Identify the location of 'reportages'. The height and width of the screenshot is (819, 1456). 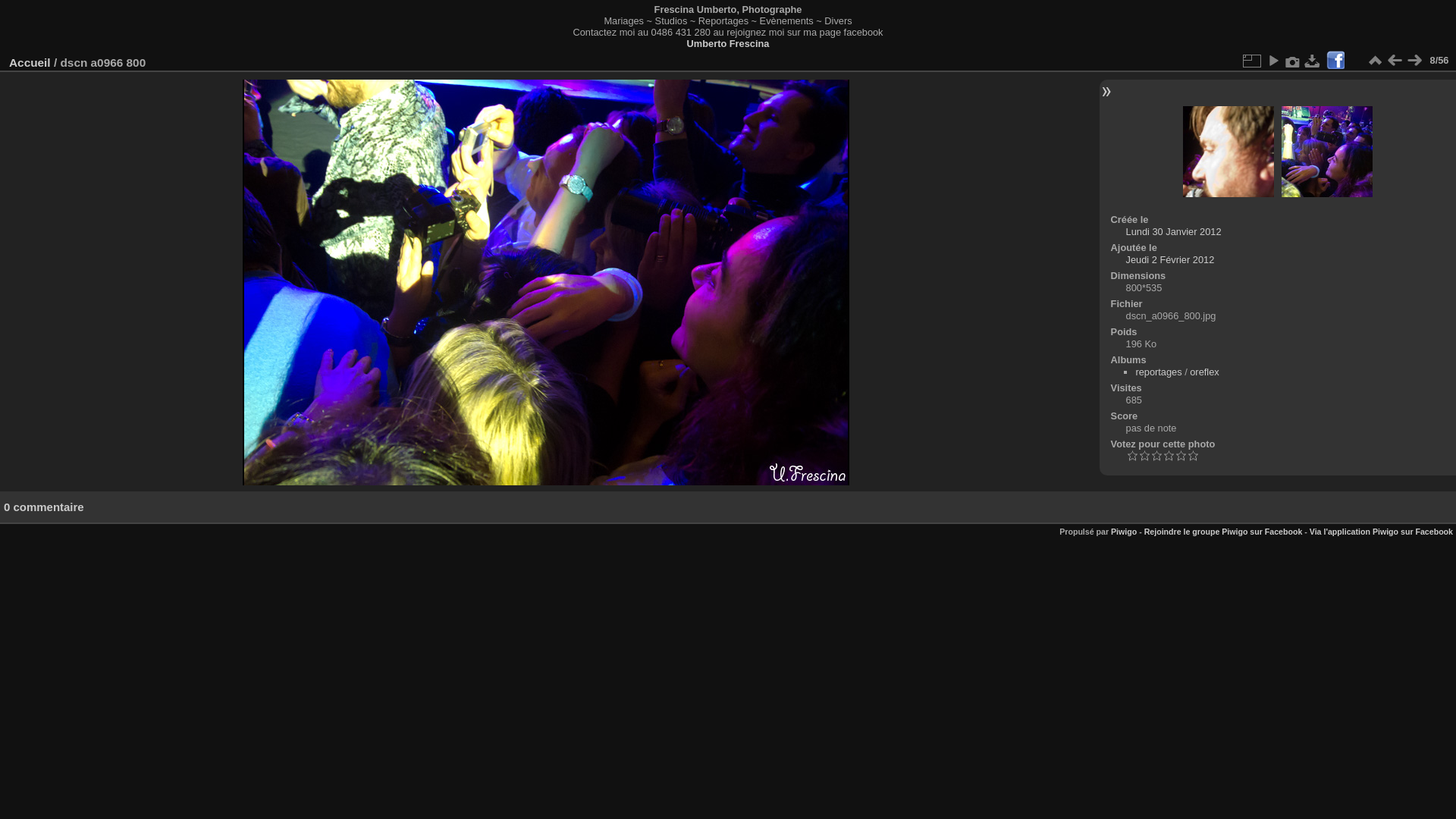
(1135, 372).